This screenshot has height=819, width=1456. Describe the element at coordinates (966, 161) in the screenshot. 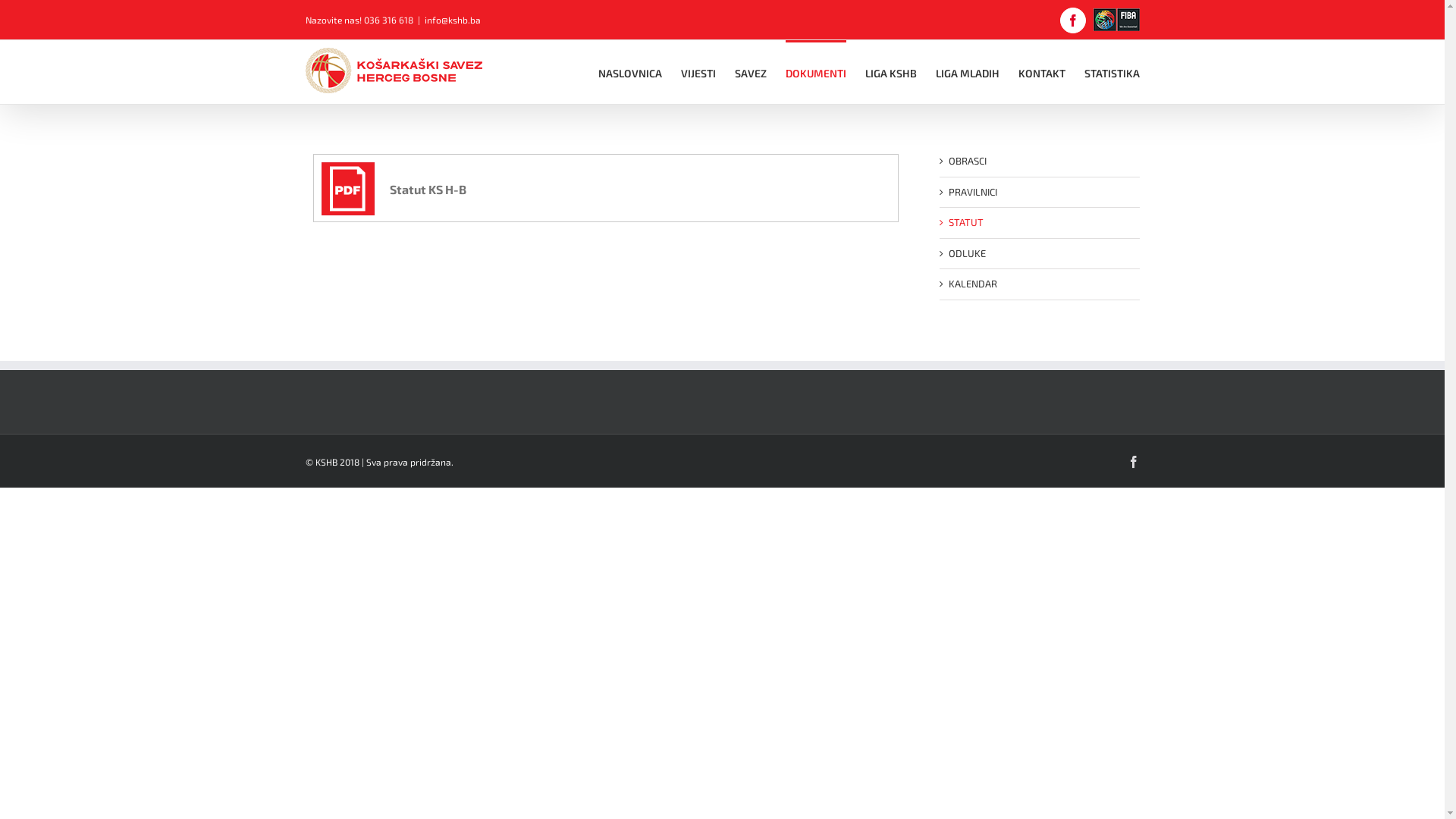

I see `'OBRASCI'` at that location.